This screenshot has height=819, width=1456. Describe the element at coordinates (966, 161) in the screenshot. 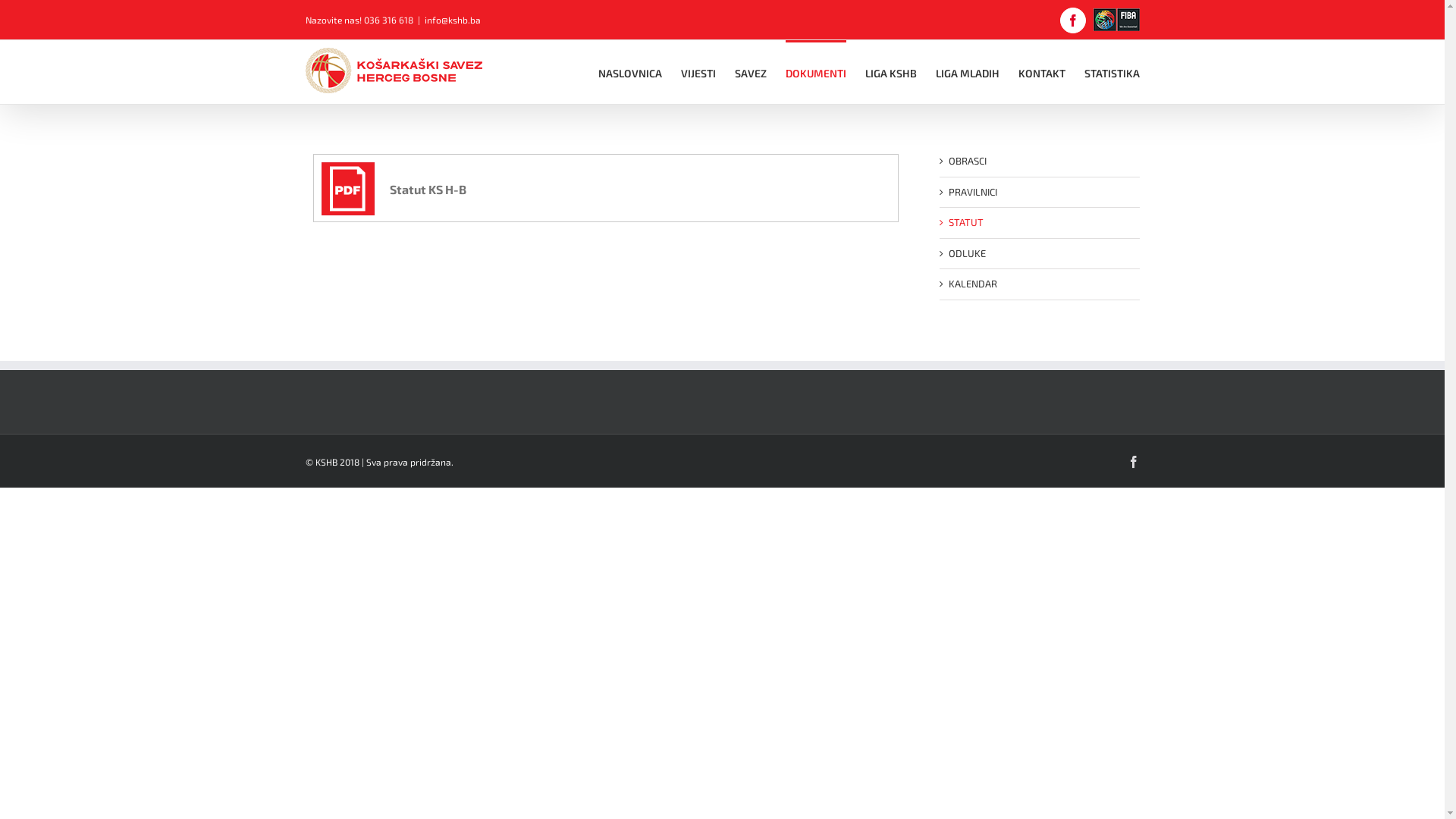

I see `'OBRASCI'` at that location.